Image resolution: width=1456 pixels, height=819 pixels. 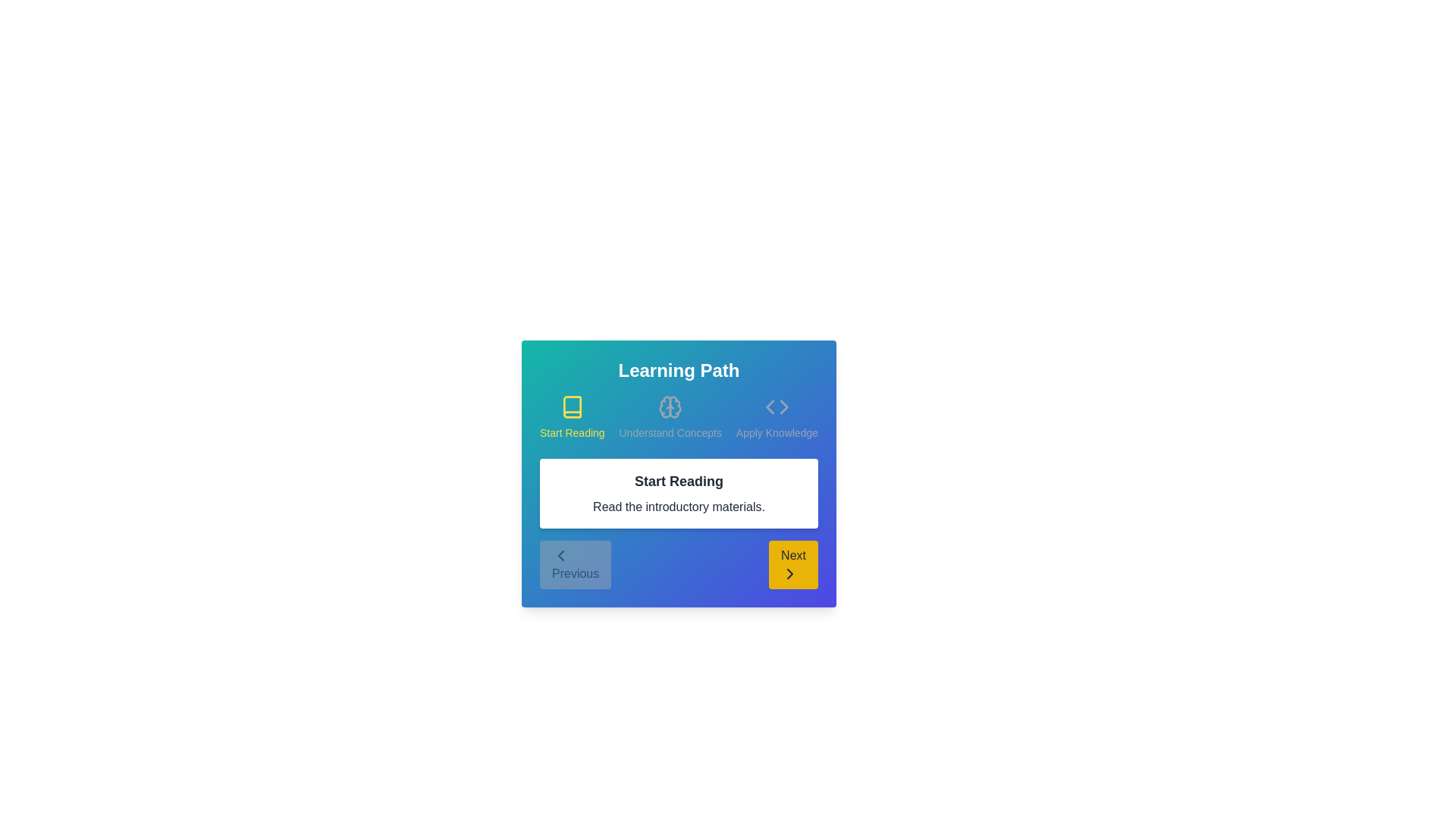 I want to click on the icon representing the step Apply Knowledge, so click(x=777, y=406).